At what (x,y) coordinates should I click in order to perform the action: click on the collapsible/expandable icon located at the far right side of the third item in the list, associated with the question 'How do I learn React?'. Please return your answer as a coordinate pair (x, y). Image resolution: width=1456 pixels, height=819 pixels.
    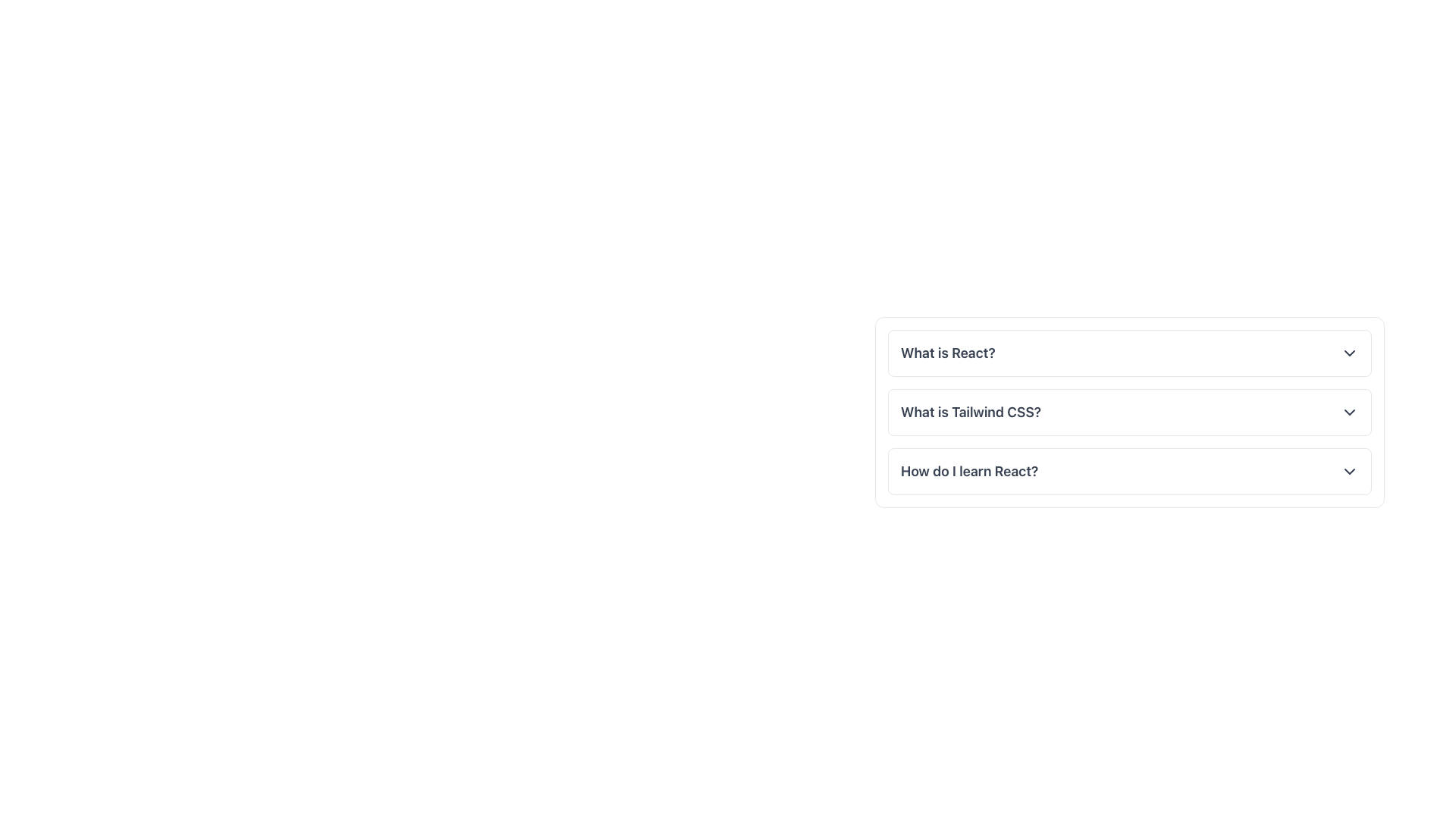
    Looking at the image, I should click on (1350, 470).